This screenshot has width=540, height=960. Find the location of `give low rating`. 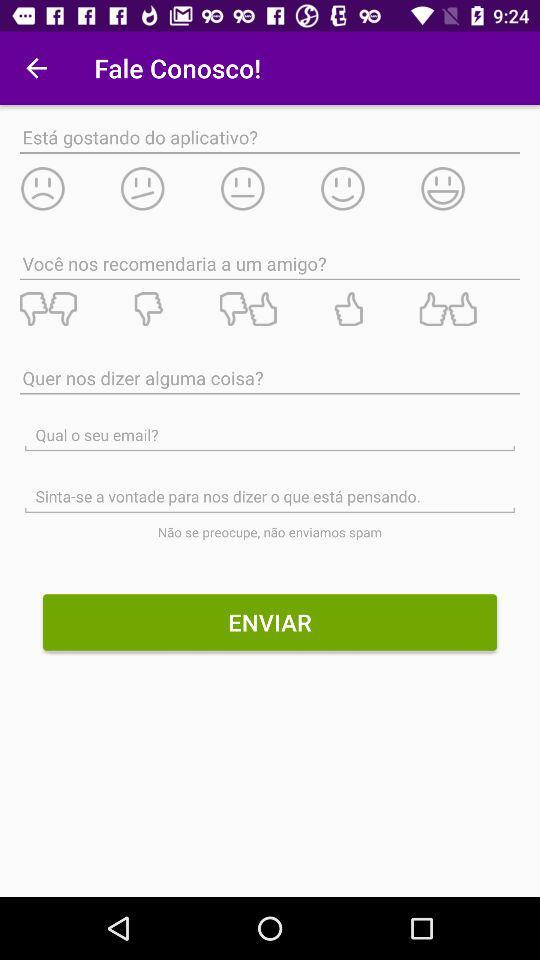

give low rating is located at coordinates (68, 188).